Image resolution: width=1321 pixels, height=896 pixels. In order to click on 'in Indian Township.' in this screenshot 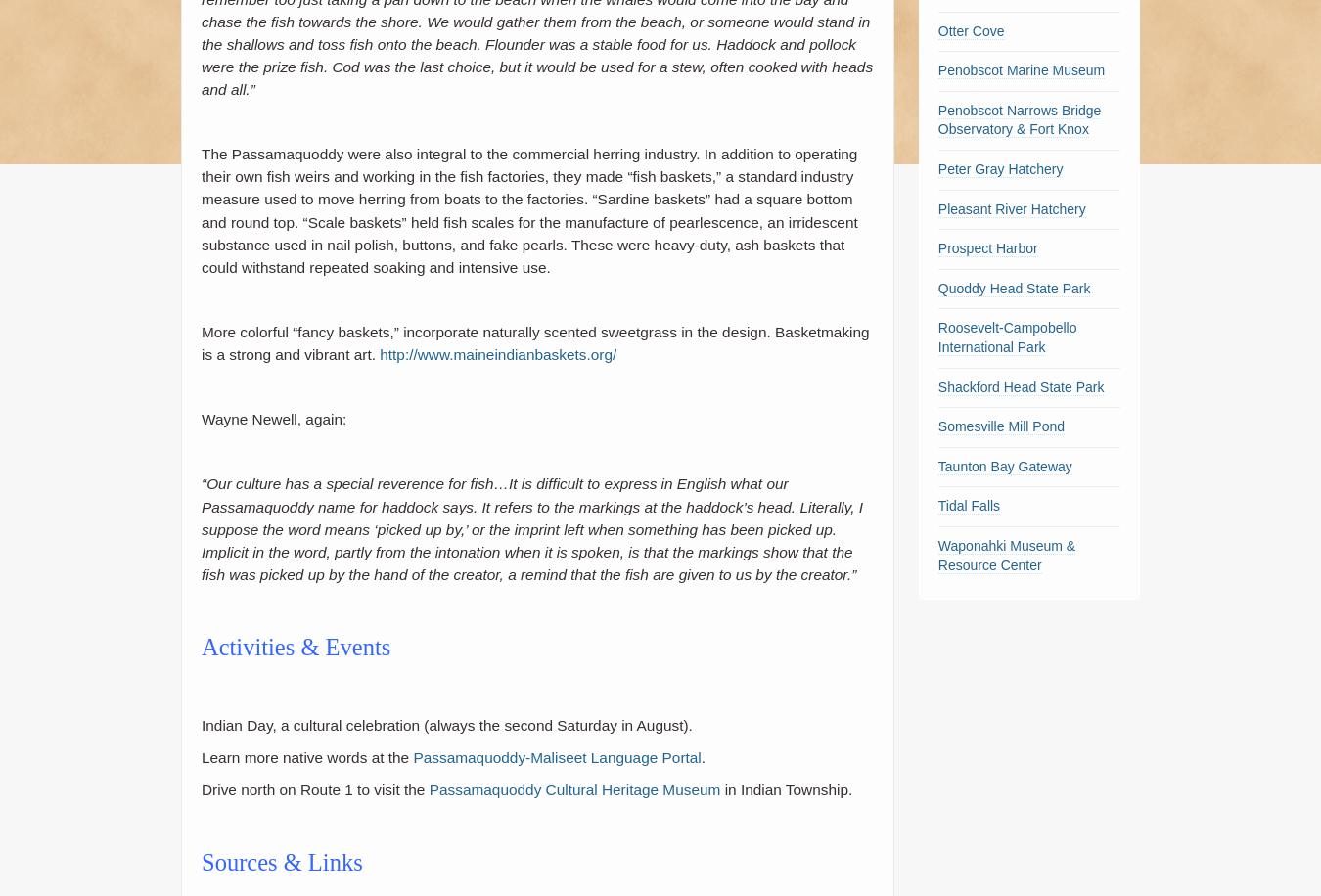, I will do `click(719, 789)`.